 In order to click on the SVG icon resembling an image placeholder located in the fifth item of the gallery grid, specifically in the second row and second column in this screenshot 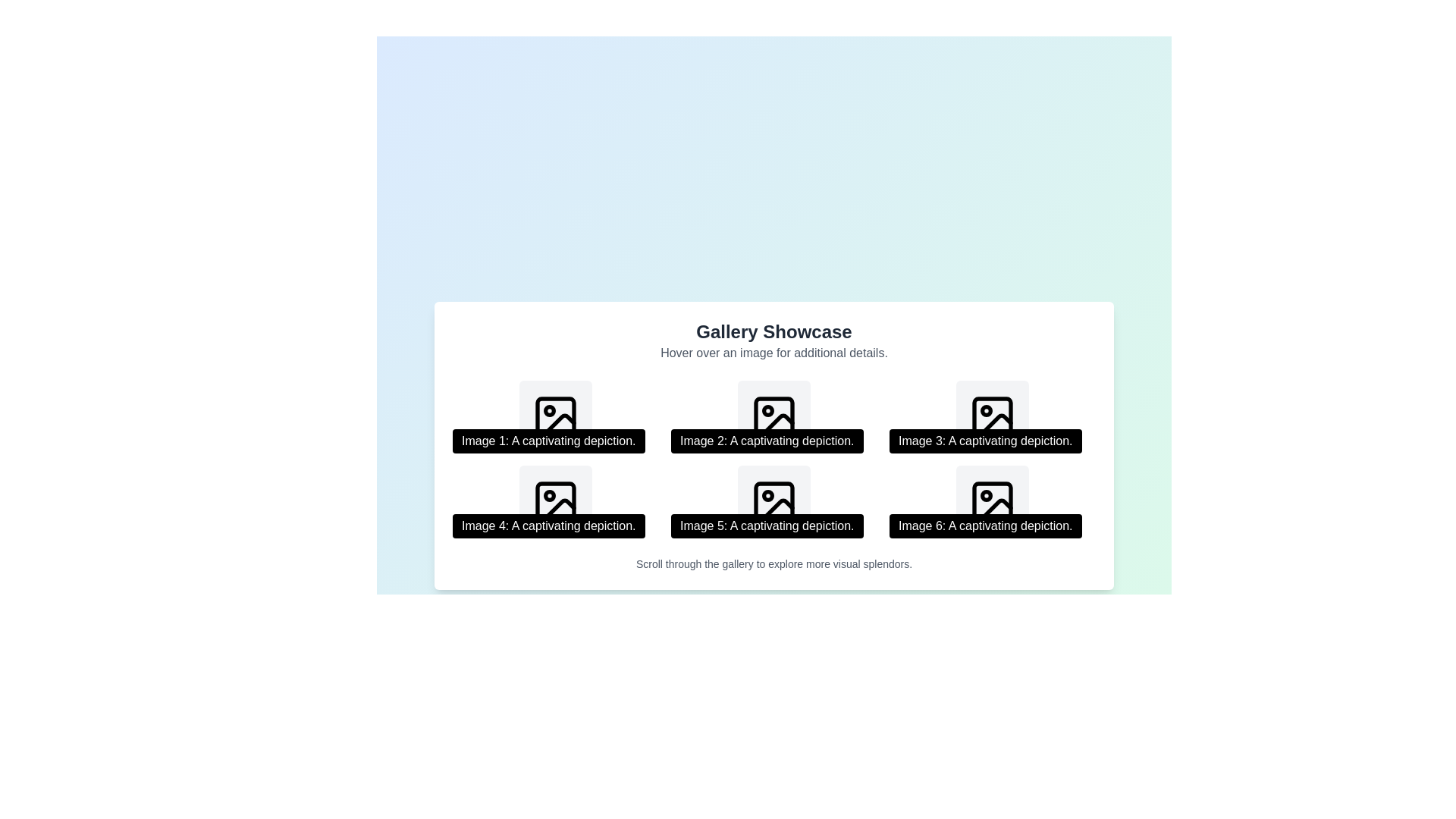, I will do `click(774, 502)`.